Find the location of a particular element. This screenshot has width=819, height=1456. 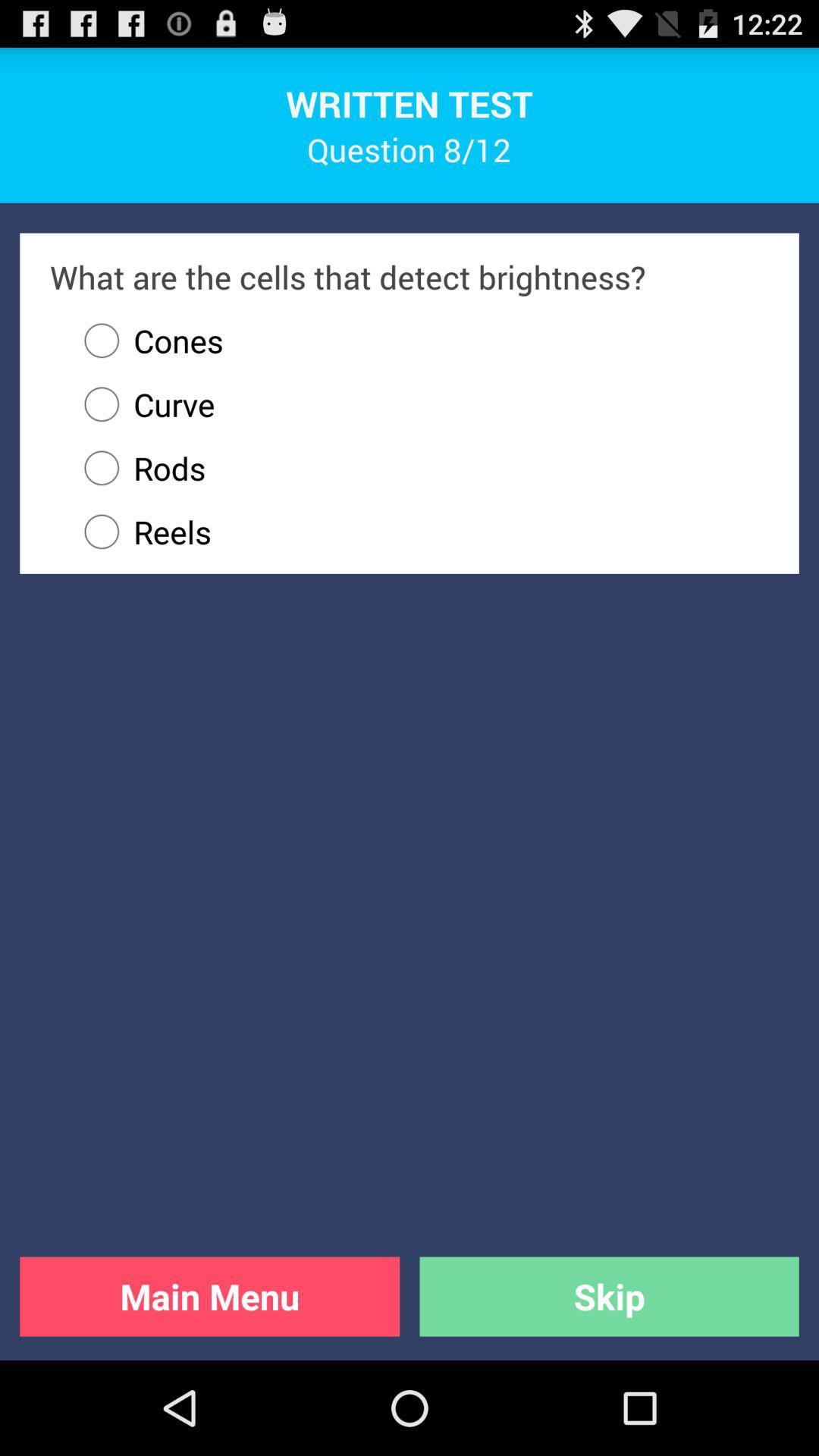

the radio button below the curve is located at coordinates (419, 467).